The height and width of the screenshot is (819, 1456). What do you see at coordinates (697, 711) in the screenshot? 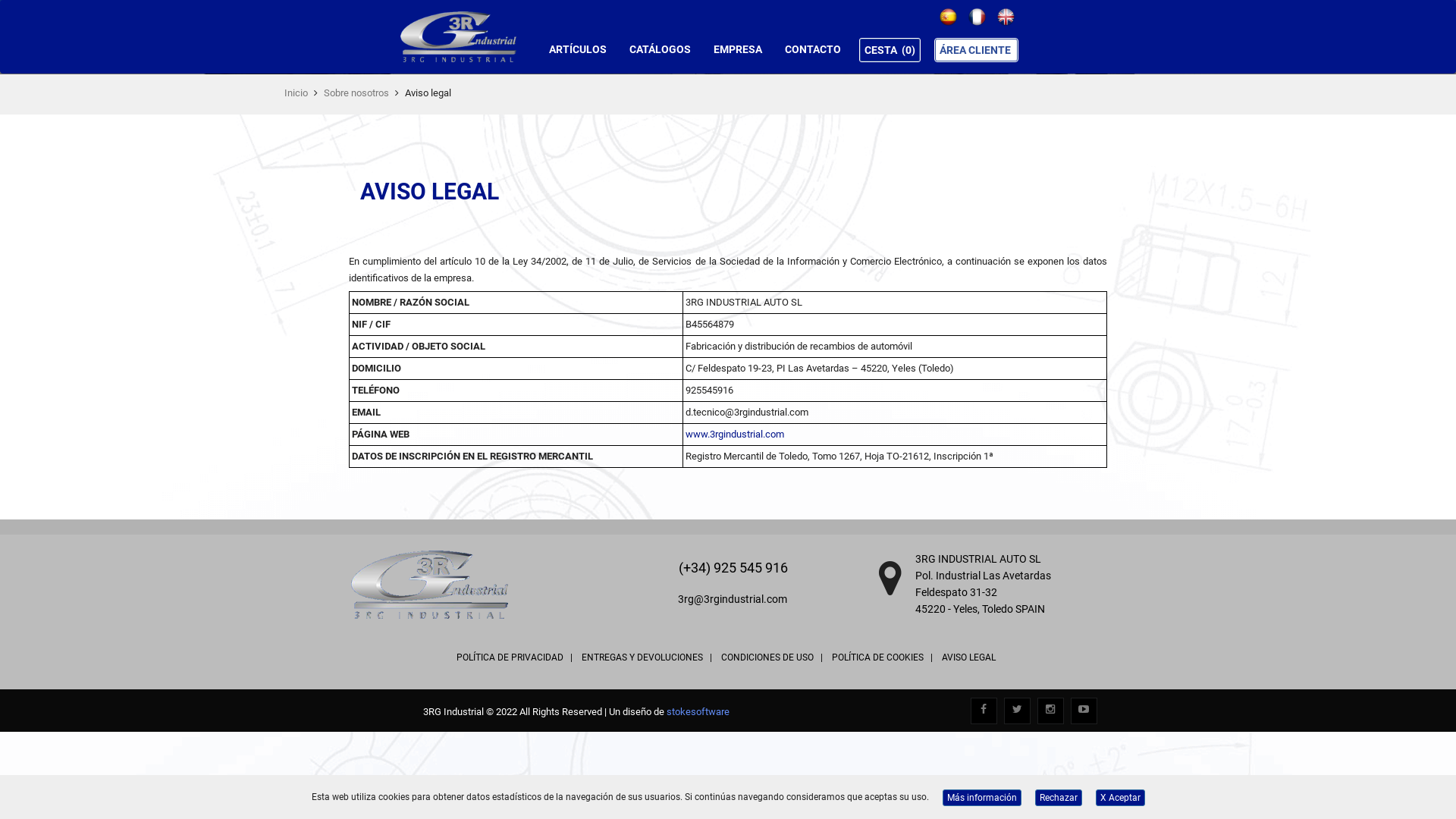
I see `'stokesoftware'` at bounding box center [697, 711].